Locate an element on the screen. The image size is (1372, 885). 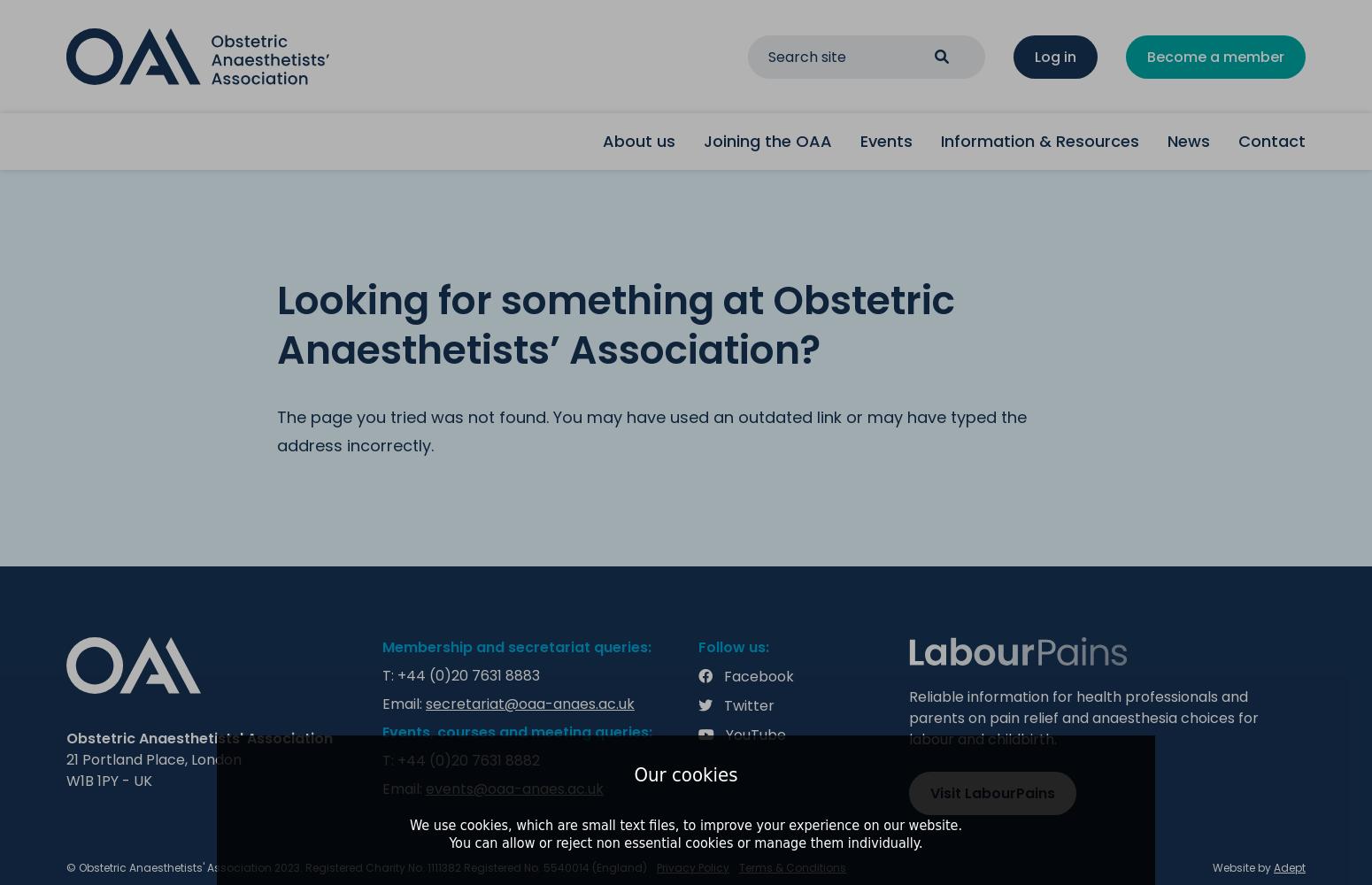
'Website by' is located at coordinates (1213, 866).